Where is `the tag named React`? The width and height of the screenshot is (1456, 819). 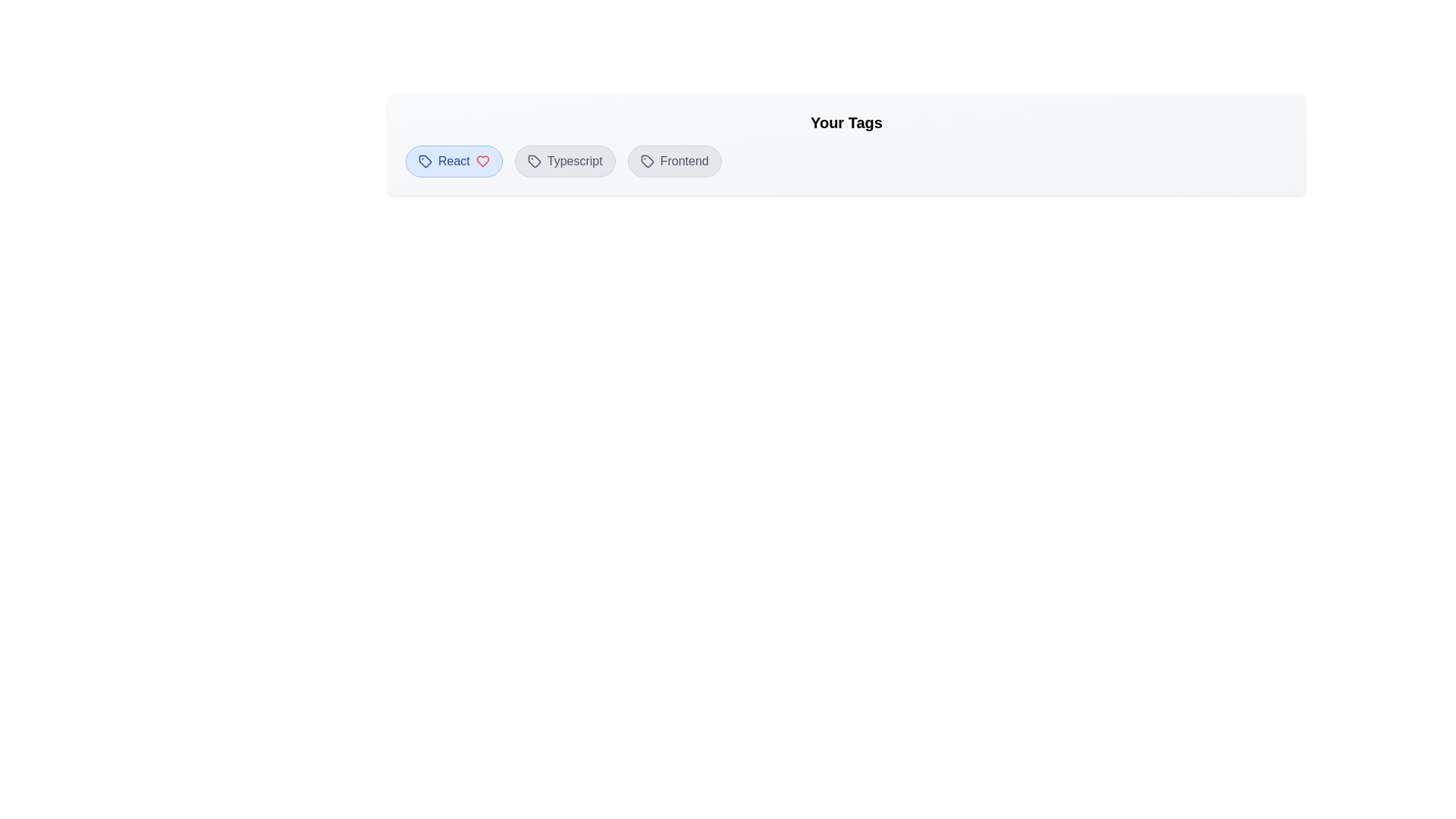 the tag named React is located at coordinates (453, 161).